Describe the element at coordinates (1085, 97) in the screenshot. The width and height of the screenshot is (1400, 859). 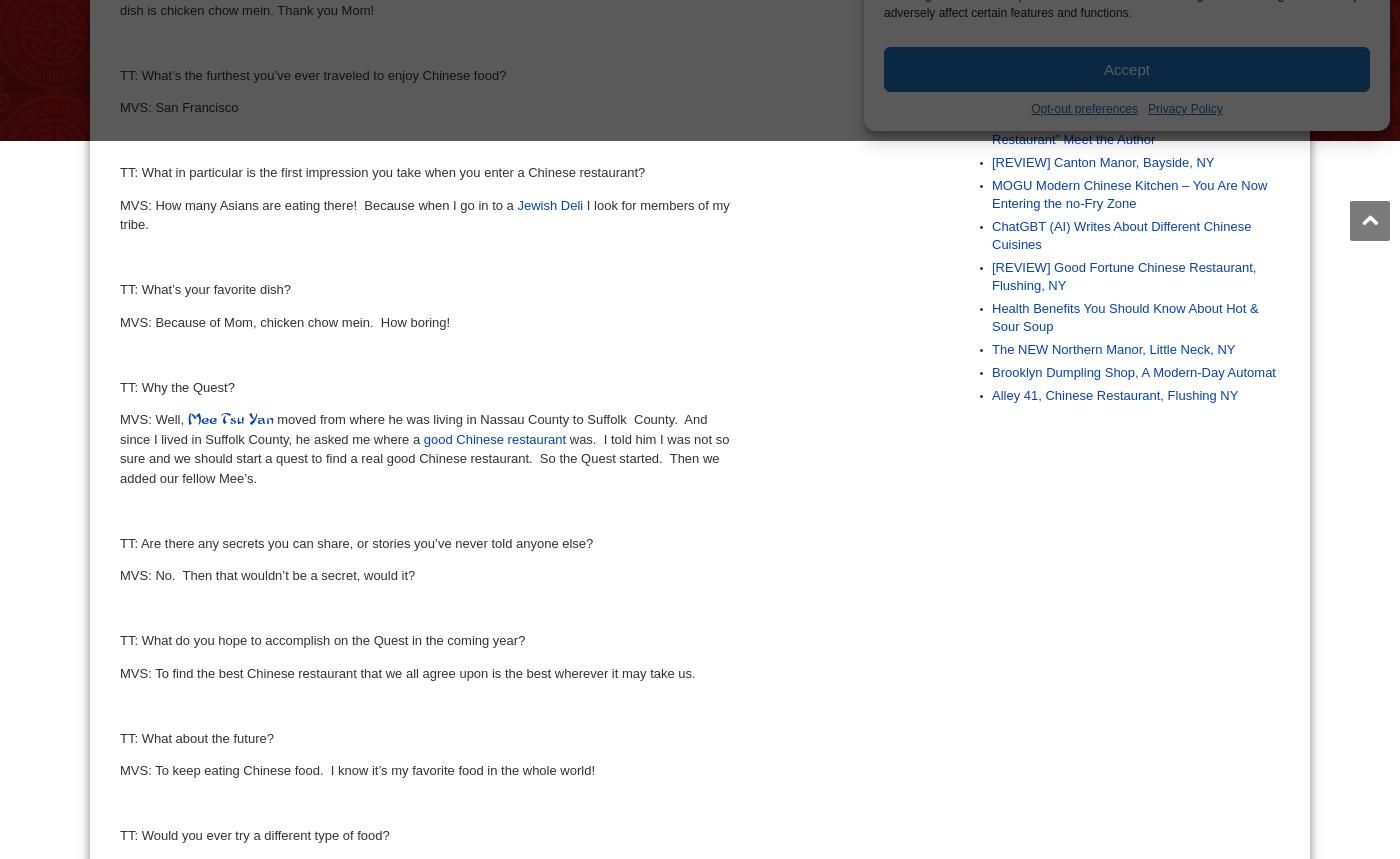
I see `'LOL BBQ & Bar, Great Neck, NY'` at that location.